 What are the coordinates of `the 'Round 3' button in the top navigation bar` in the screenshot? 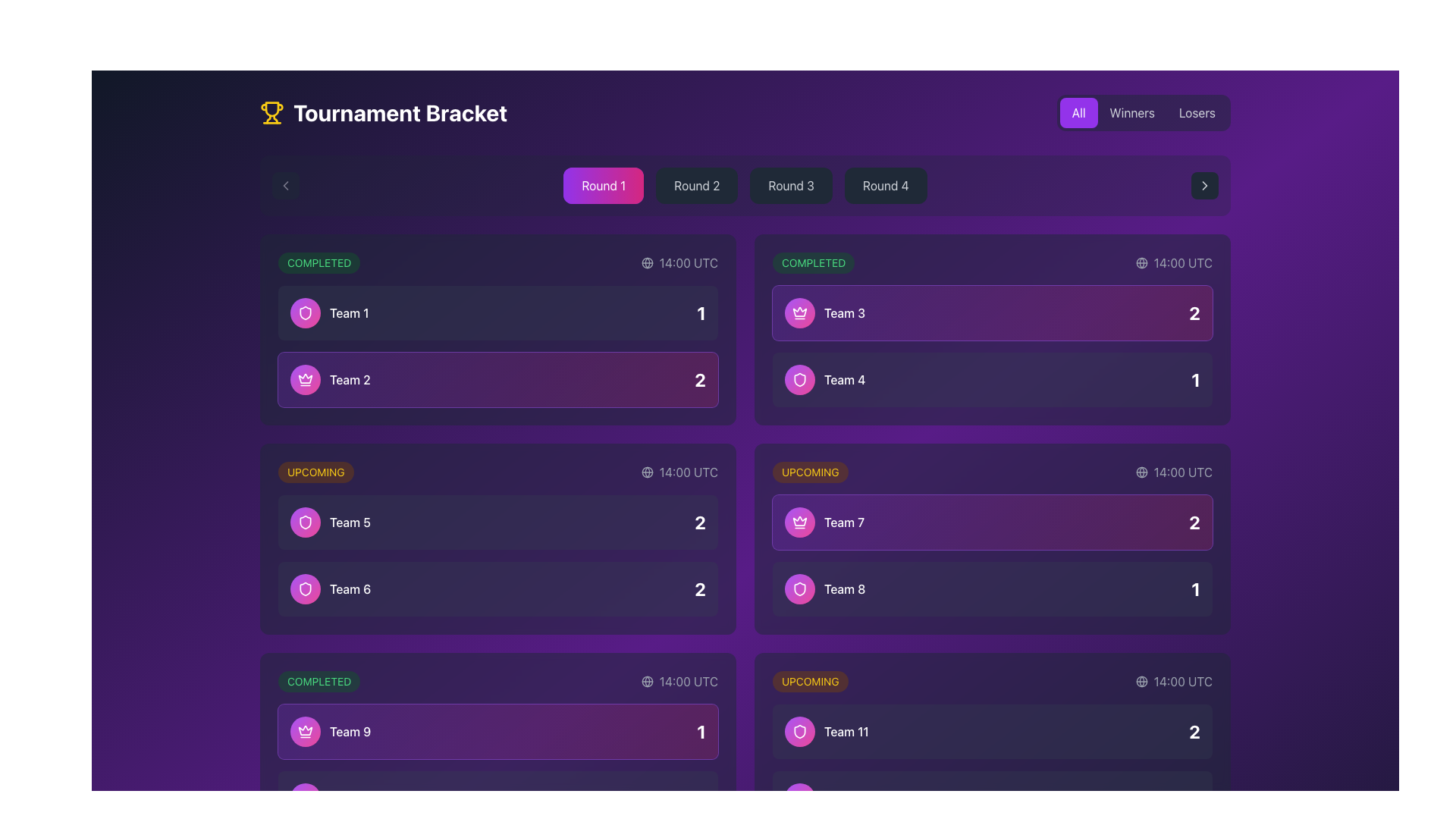 It's located at (790, 185).